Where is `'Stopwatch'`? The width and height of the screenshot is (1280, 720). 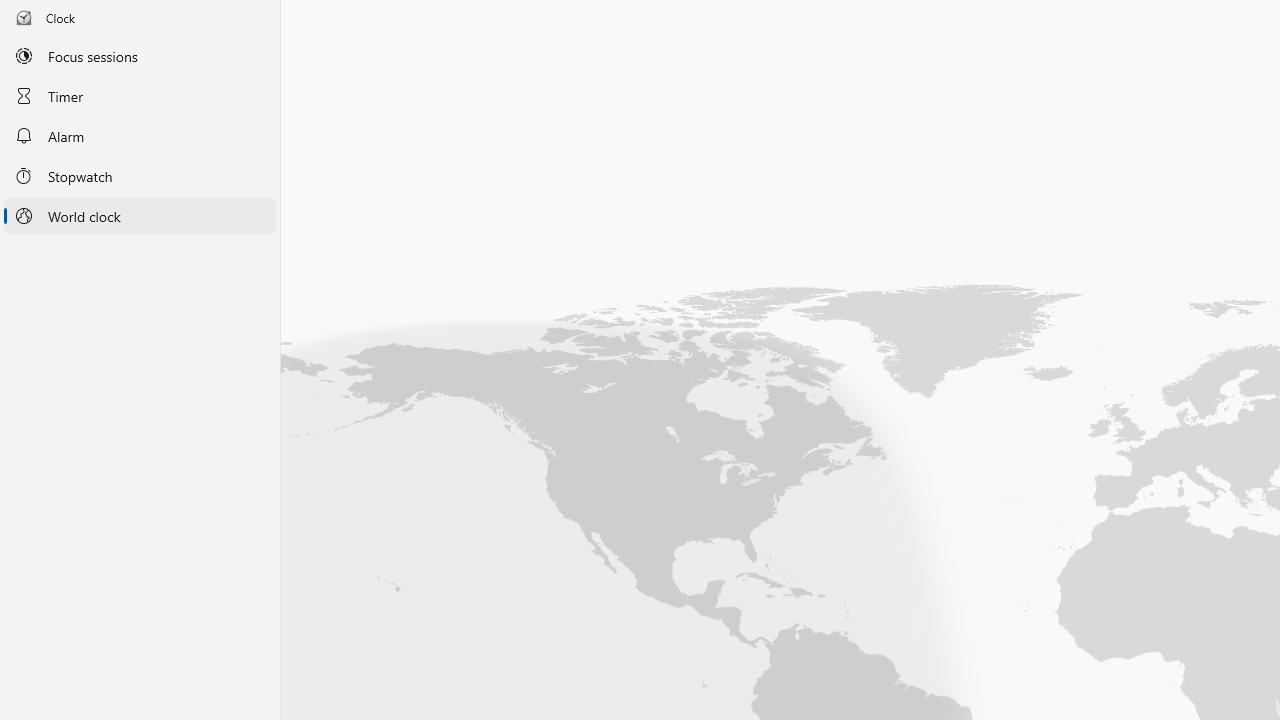 'Stopwatch' is located at coordinates (139, 174).